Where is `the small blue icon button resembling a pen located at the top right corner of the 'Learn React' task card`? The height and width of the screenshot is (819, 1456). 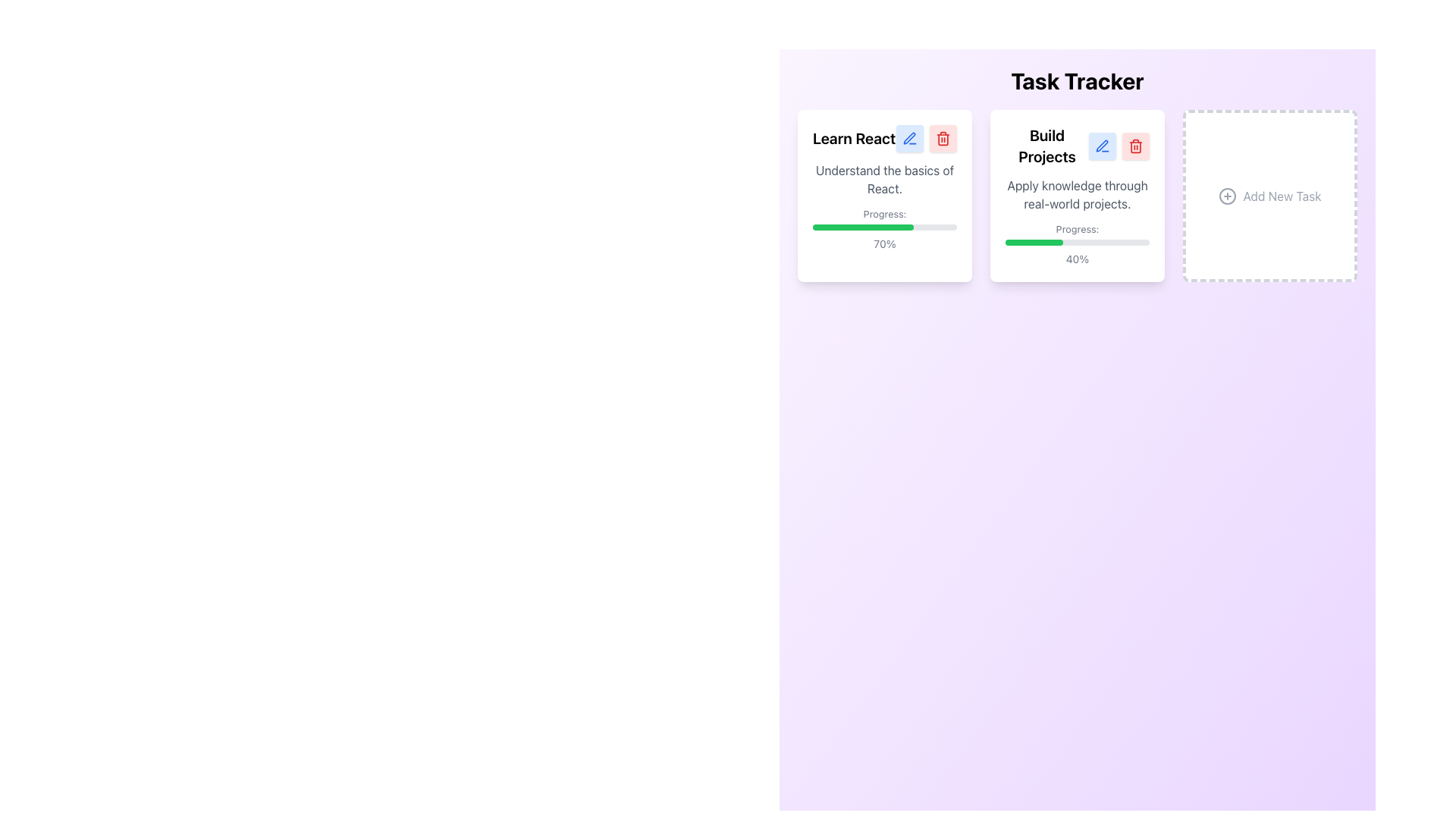
the small blue icon button resembling a pen located at the top right corner of the 'Learn React' task card is located at coordinates (910, 138).